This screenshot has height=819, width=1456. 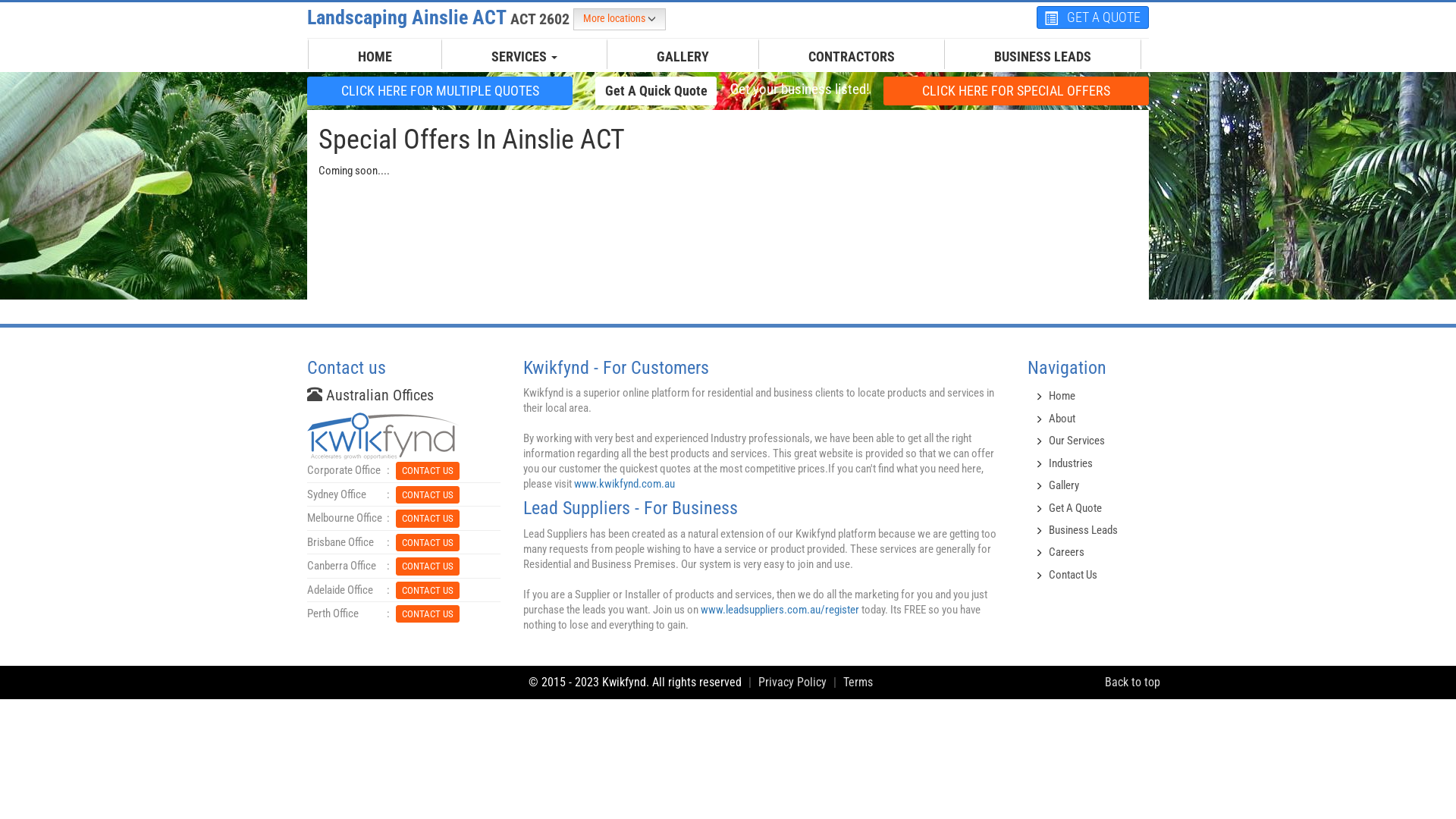 I want to click on 'Back to top', so click(x=1132, y=681).